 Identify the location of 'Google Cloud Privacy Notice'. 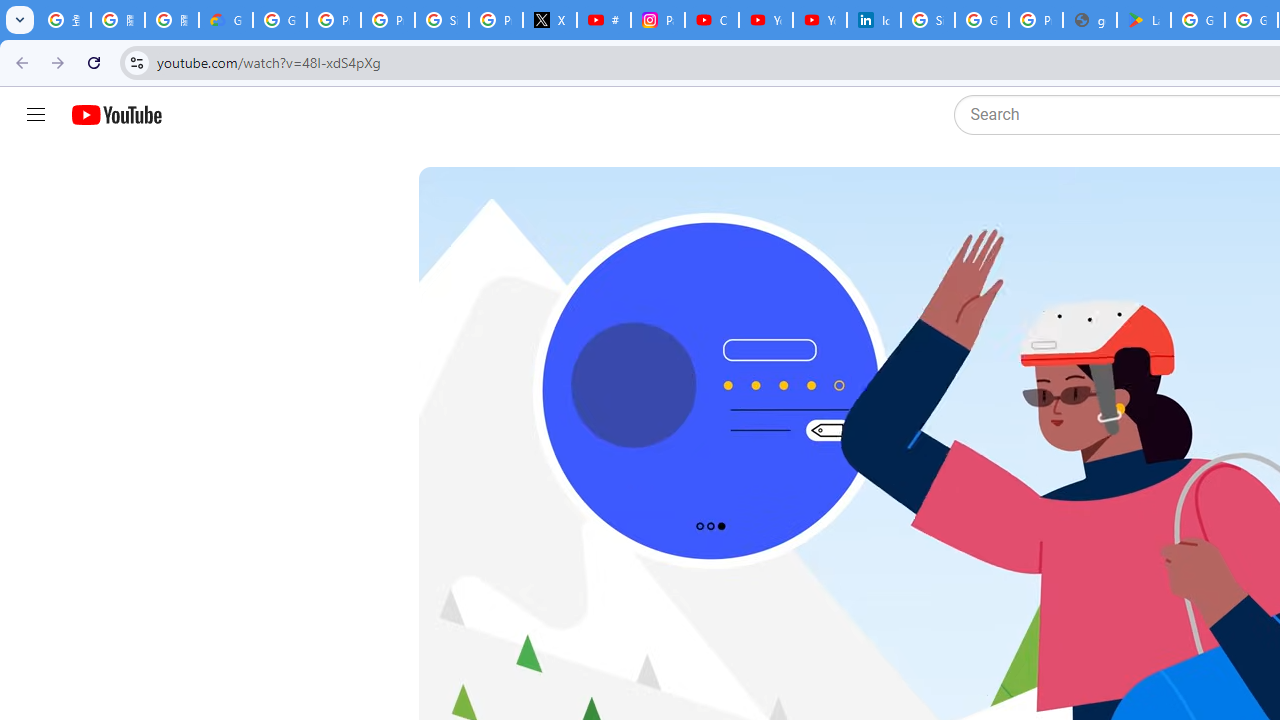
(225, 20).